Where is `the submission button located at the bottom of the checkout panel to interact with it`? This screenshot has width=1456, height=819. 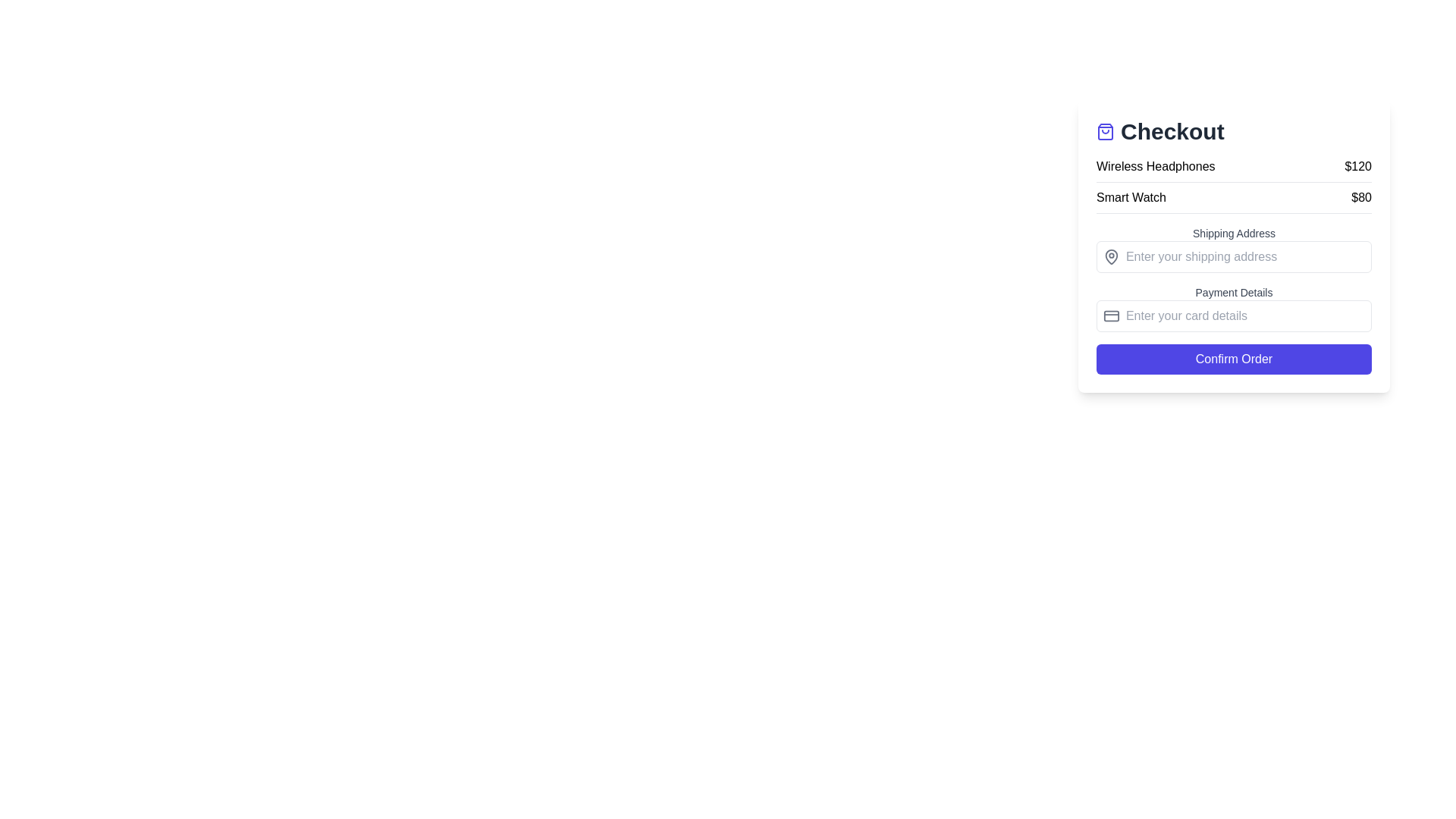
the submission button located at the bottom of the checkout panel to interact with it is located at coordinates (1234, 359).